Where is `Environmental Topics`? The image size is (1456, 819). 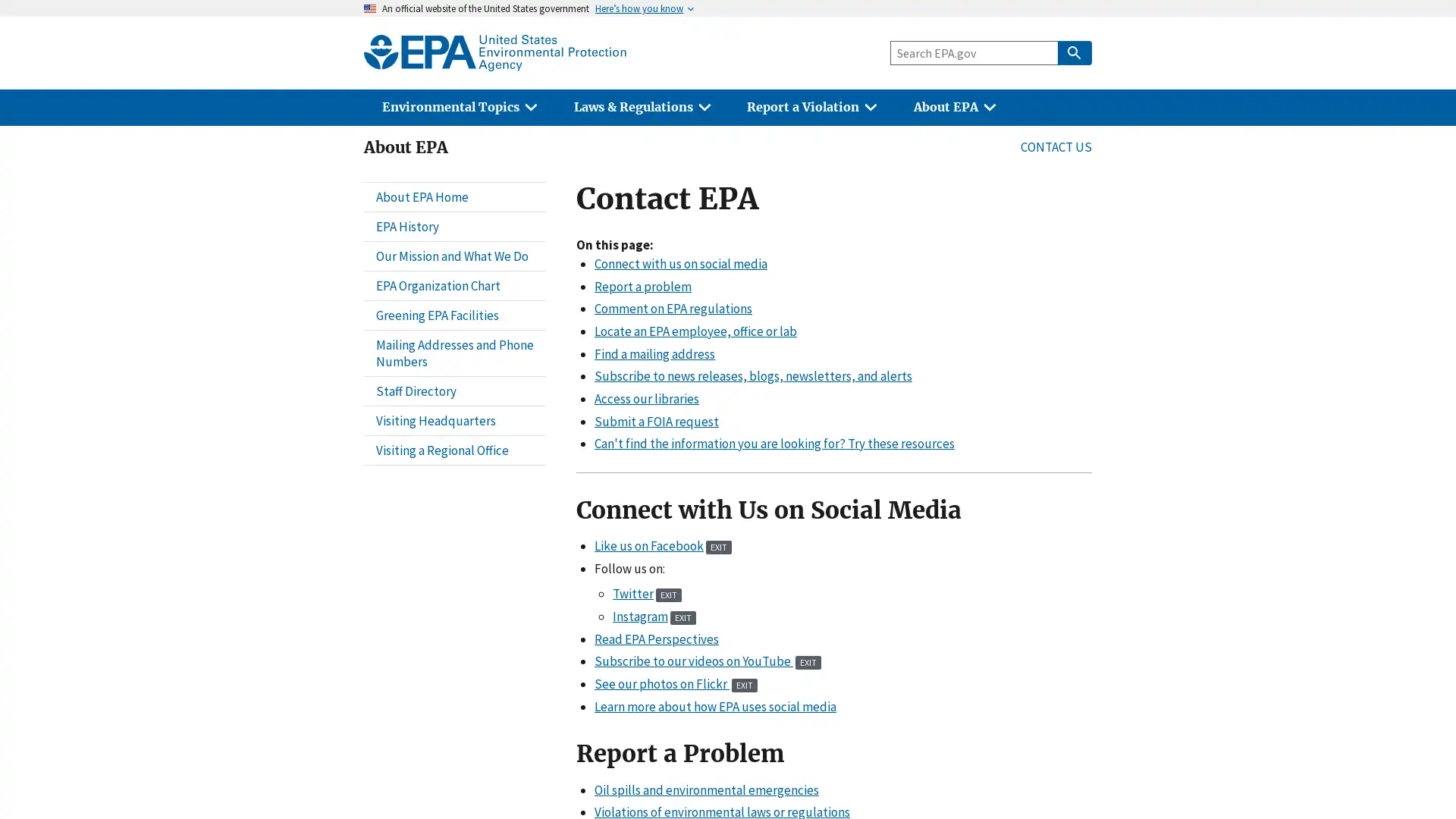 Environmental Topics is located at coordinates (458, 107).